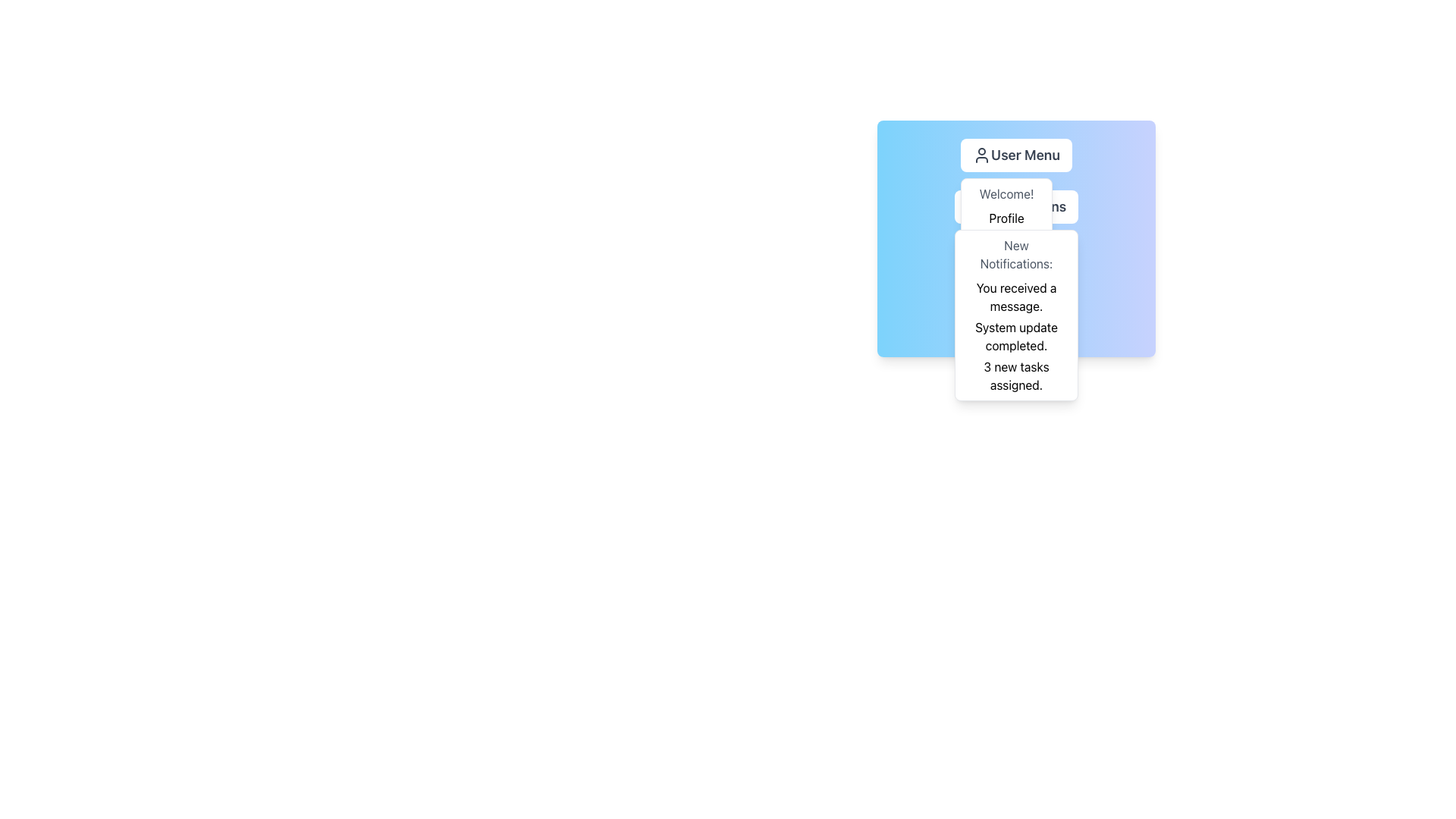  What do you see at coordinates (1016, 323) in the screenshot?
I see `the gear/cogwheel icon representing settings` at bounding box center [1016, 323].